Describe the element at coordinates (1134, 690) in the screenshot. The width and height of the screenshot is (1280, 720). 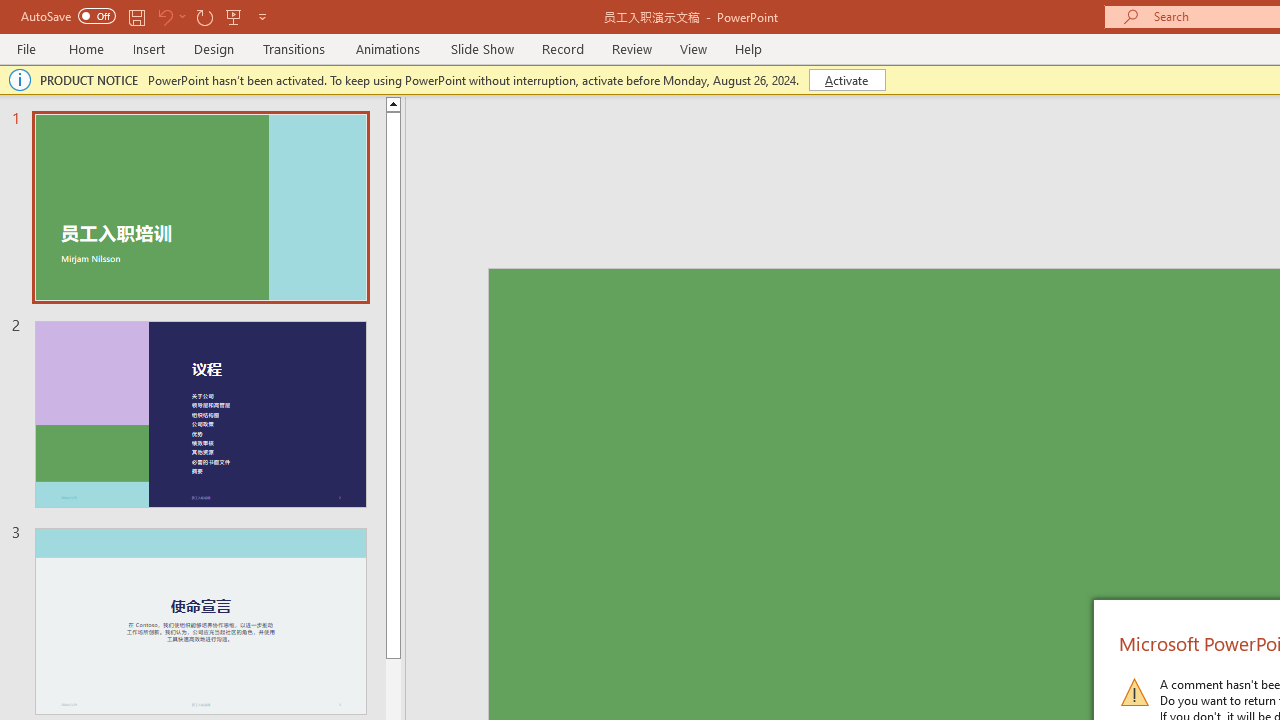
I see `'Warning Icon'` at that location.